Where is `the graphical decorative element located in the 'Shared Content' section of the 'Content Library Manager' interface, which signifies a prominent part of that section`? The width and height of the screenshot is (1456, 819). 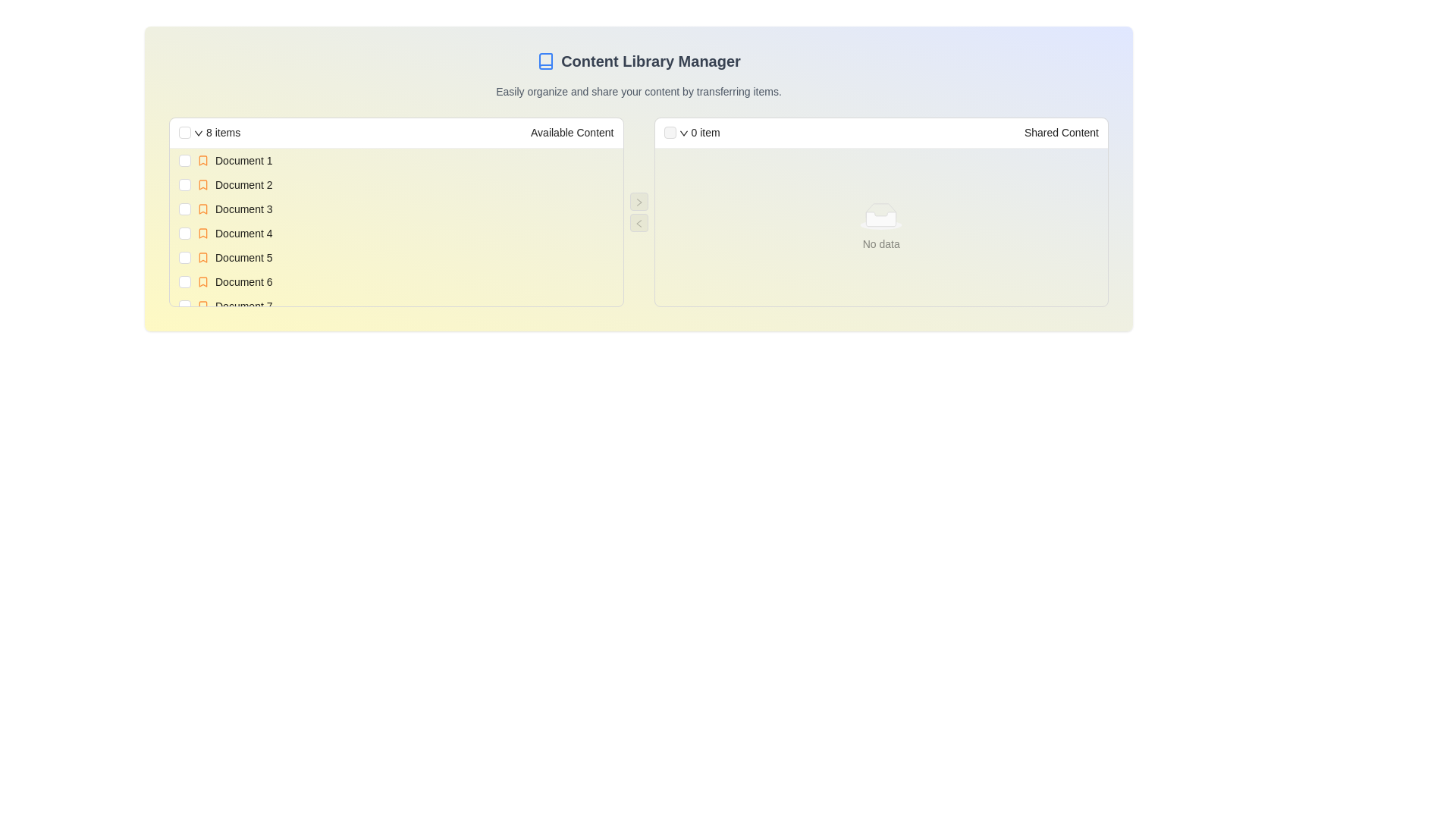
the graphical decorative element located in the 'Shared Content' section of the 'Content Library Manager' interface, which signifies a prominent part of that section is located at coordinates (881, 210).